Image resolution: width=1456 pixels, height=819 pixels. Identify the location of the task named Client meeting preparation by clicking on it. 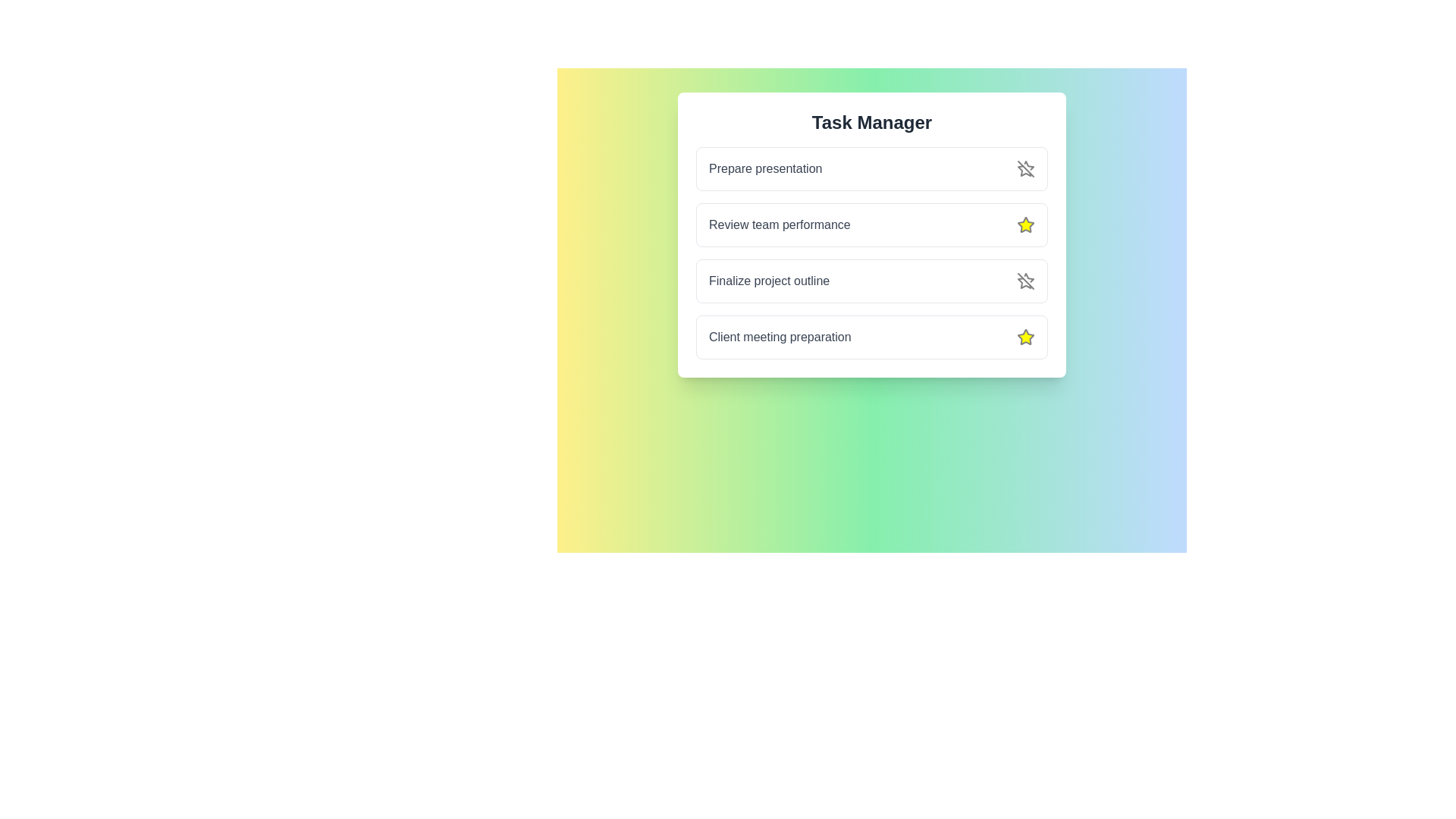
(780, 336).